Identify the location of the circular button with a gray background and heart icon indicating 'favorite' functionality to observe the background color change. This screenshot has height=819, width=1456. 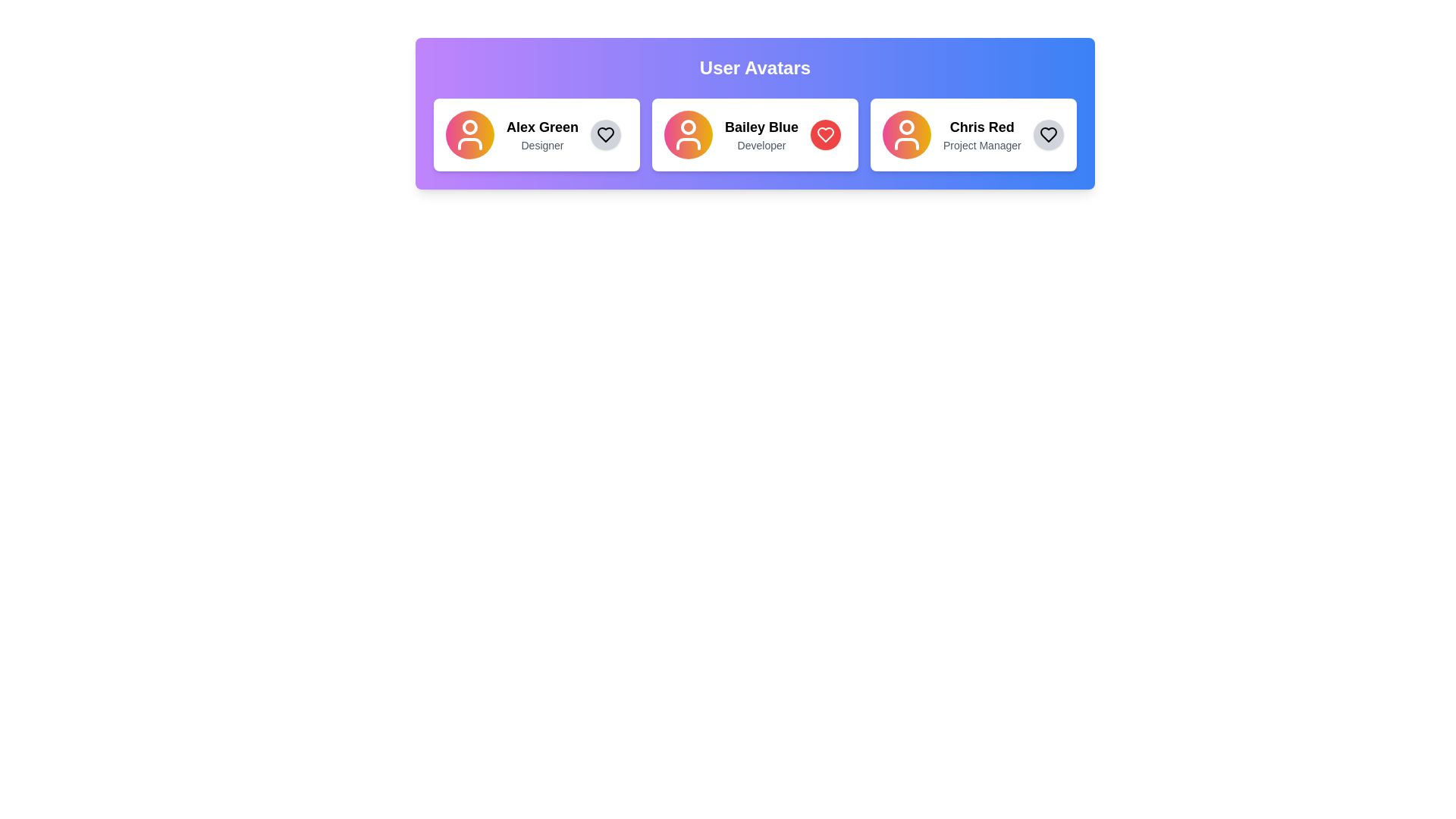
(605, 133).